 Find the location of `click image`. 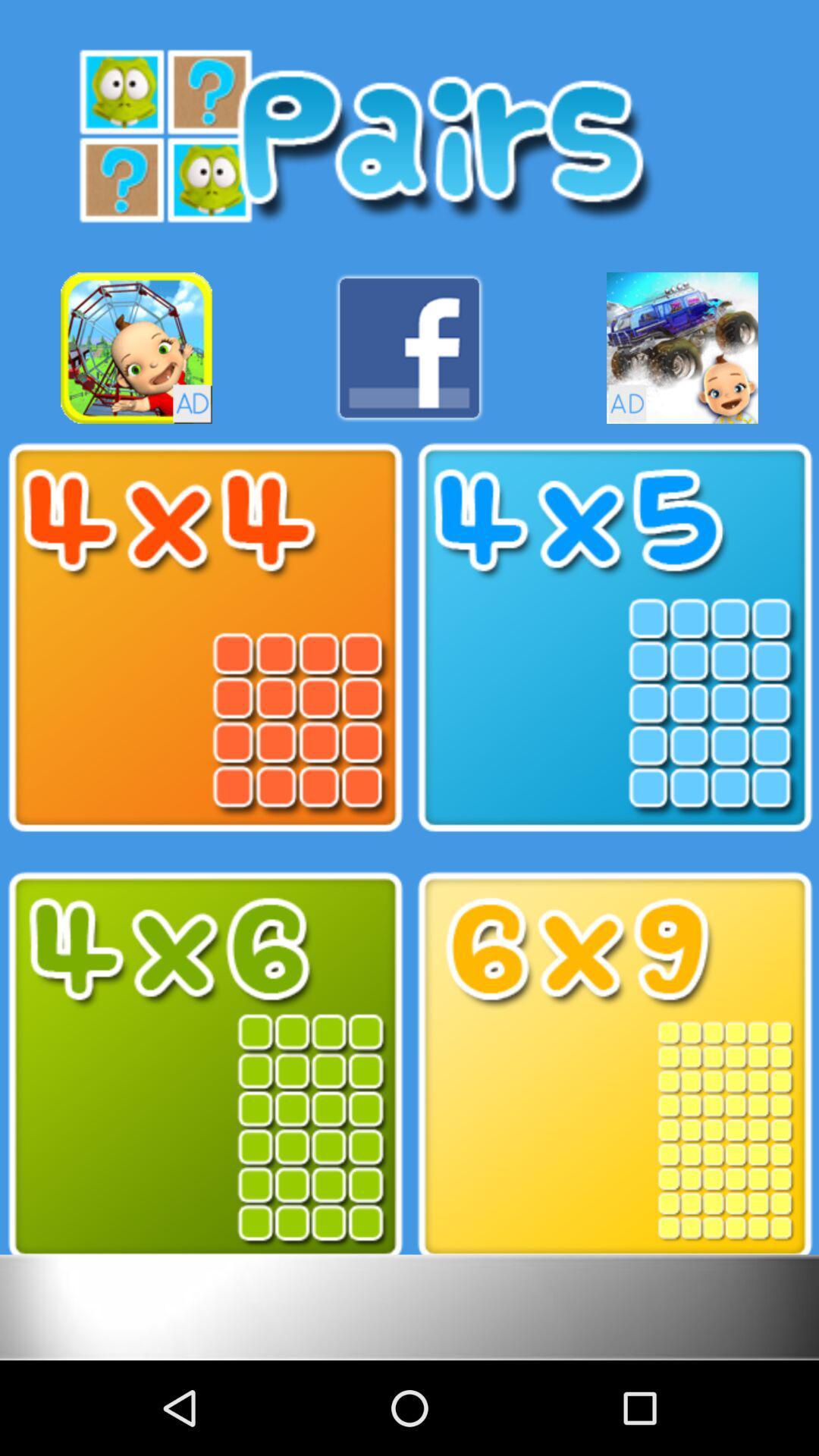

click image is located at coordinates (614, 1065).